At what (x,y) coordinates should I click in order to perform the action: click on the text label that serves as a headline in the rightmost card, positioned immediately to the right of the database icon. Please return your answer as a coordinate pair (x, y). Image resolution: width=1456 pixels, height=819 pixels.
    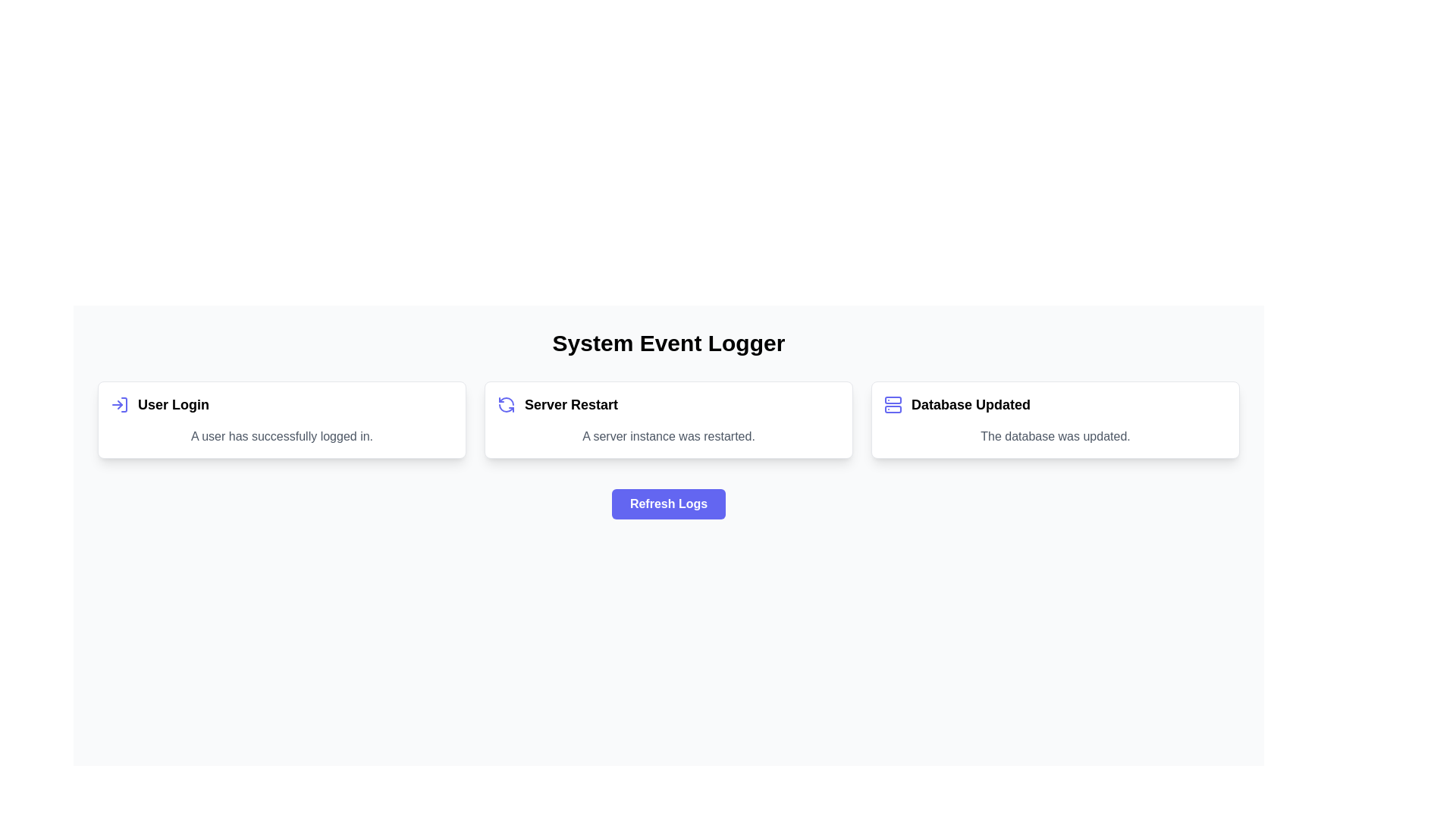
    Looking at the image, I should click on (971, 403).